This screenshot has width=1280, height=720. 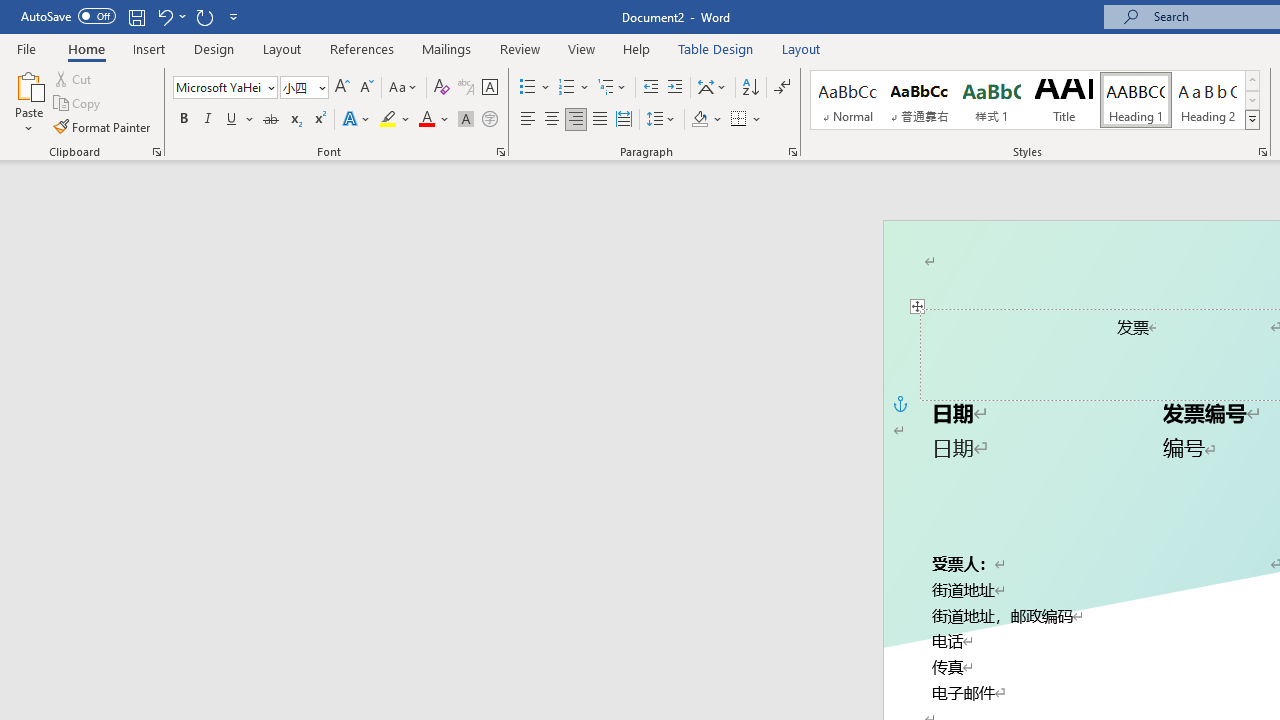 I want to click on 'Clear Formatting', so click(x=441, y=86).